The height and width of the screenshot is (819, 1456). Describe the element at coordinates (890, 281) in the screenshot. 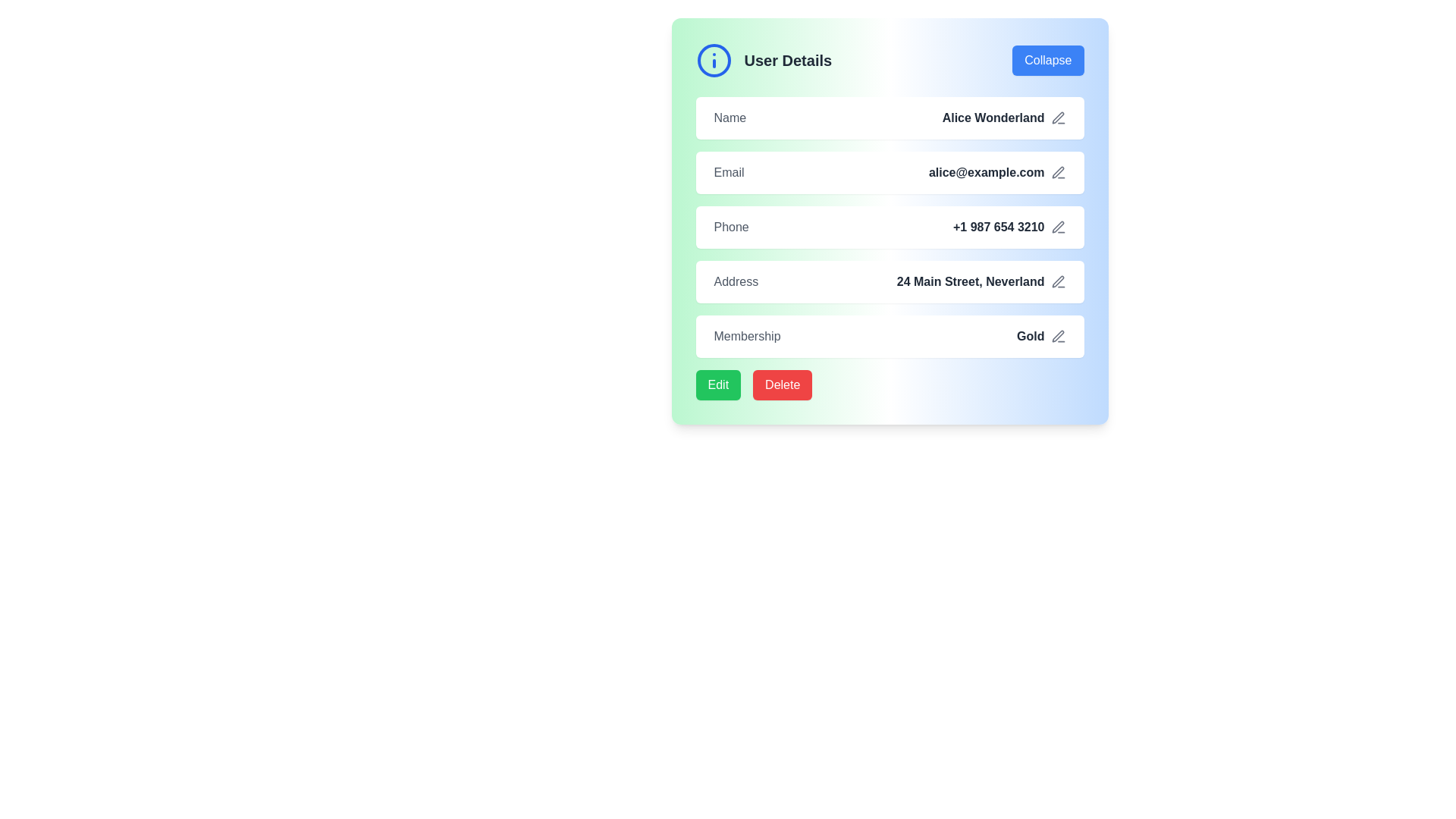

I see `the edit icon on the 'Address' text display located in the fourth row of the section, which contains the text '24 Main Street, Neverland'` at that location.